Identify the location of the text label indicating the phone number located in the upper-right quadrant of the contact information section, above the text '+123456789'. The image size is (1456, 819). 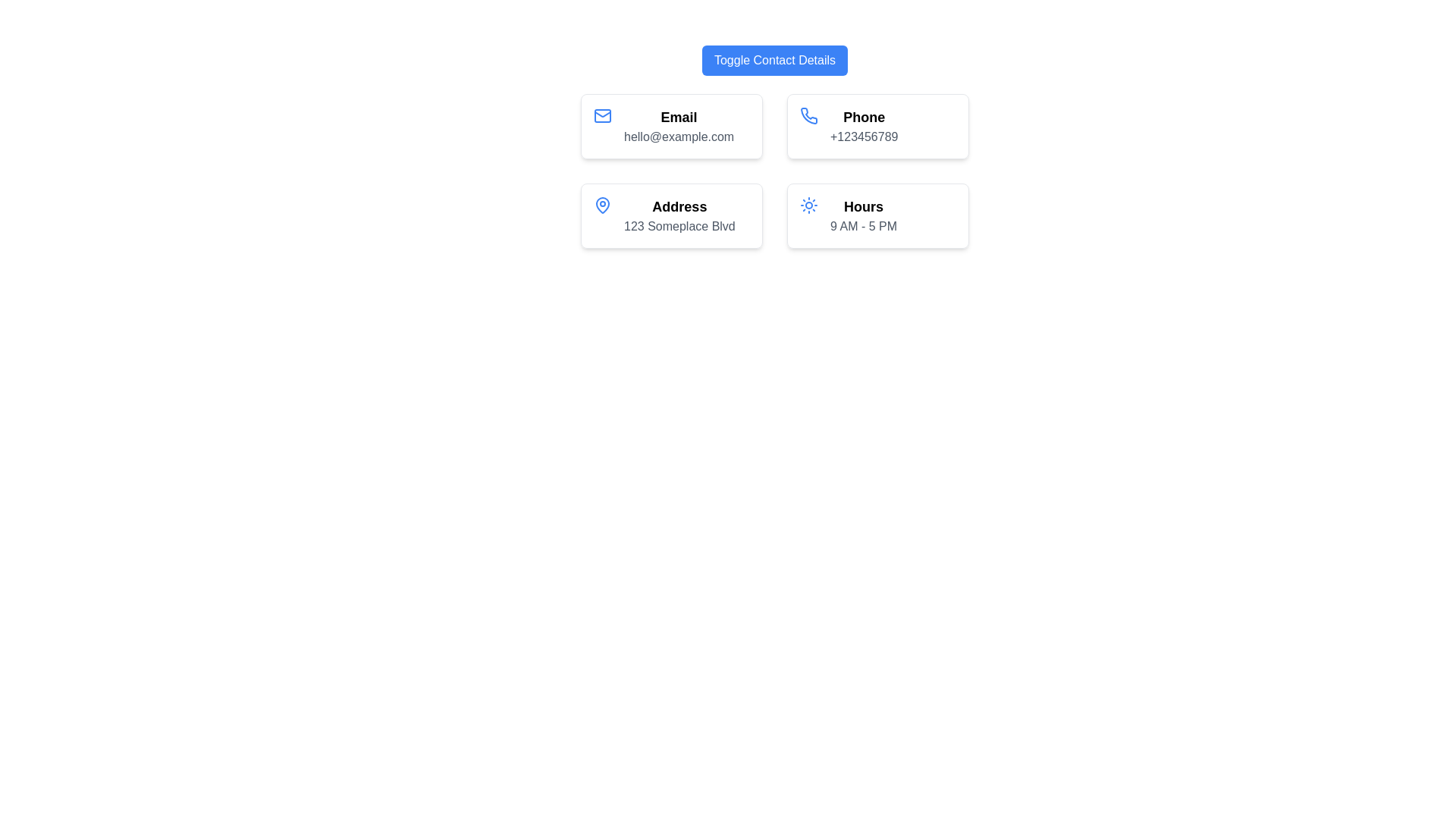
(864, 116).